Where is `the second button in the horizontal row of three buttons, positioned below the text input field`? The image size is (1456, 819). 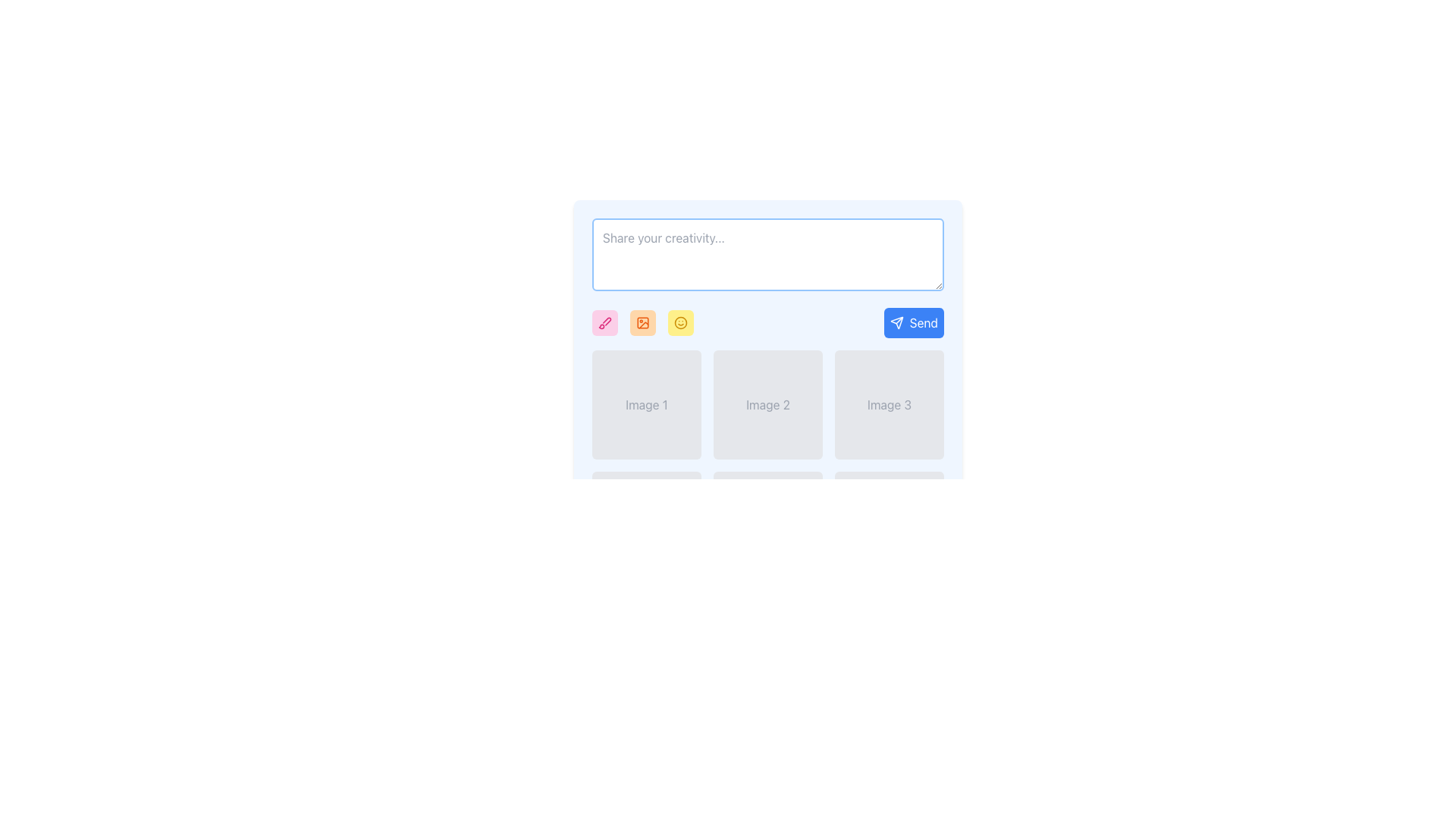
the second button in the horizontal row of three buttons, positioned below the text input field is located at coordinates (643, 322).